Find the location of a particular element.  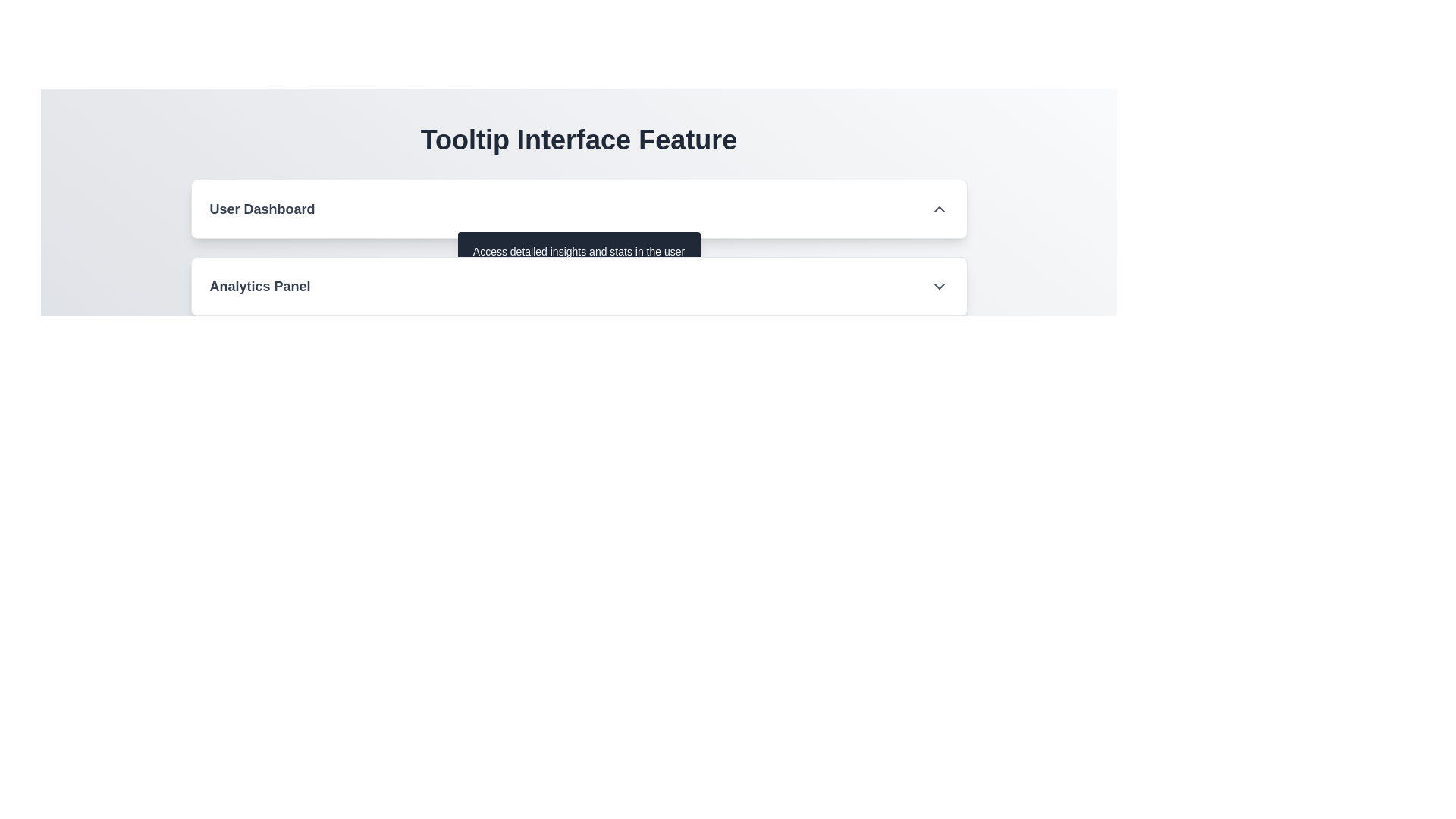

the upward-pointing chevron icon located is located at coordinates (938, 209).